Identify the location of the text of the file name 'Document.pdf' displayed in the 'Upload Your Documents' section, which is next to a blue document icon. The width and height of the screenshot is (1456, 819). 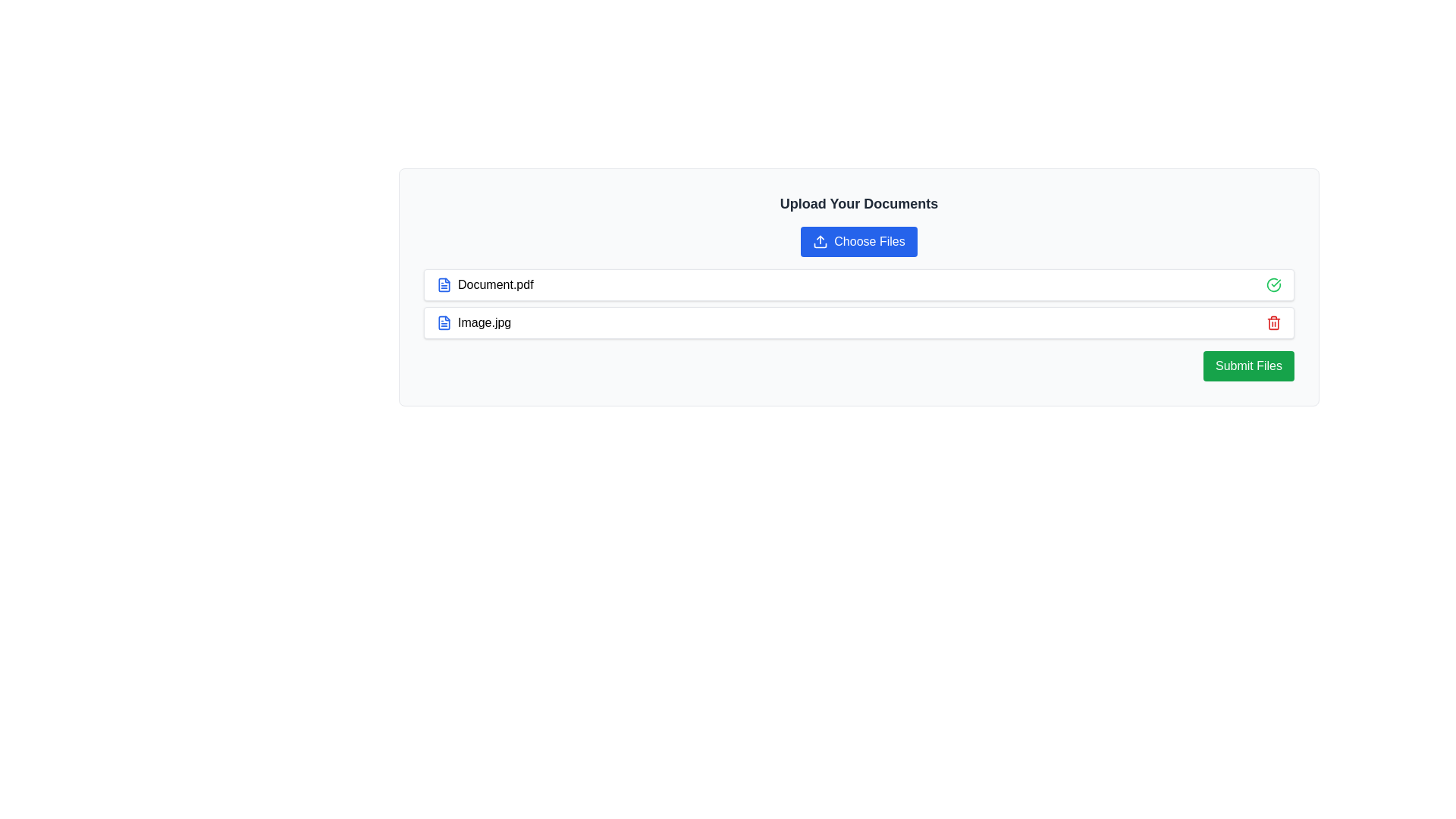
(495, 284).